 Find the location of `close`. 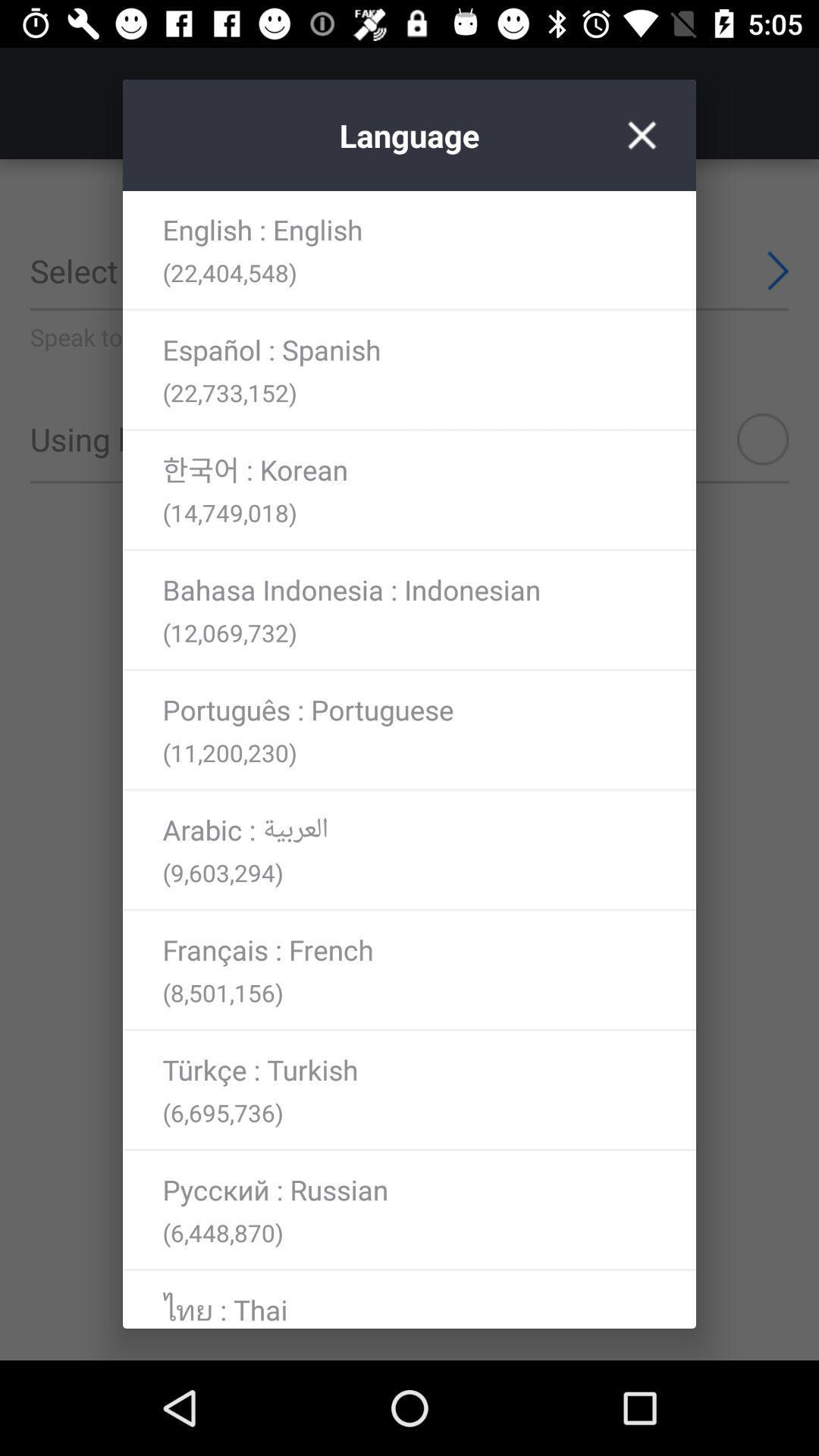

close is located at coordinates (642, 135).